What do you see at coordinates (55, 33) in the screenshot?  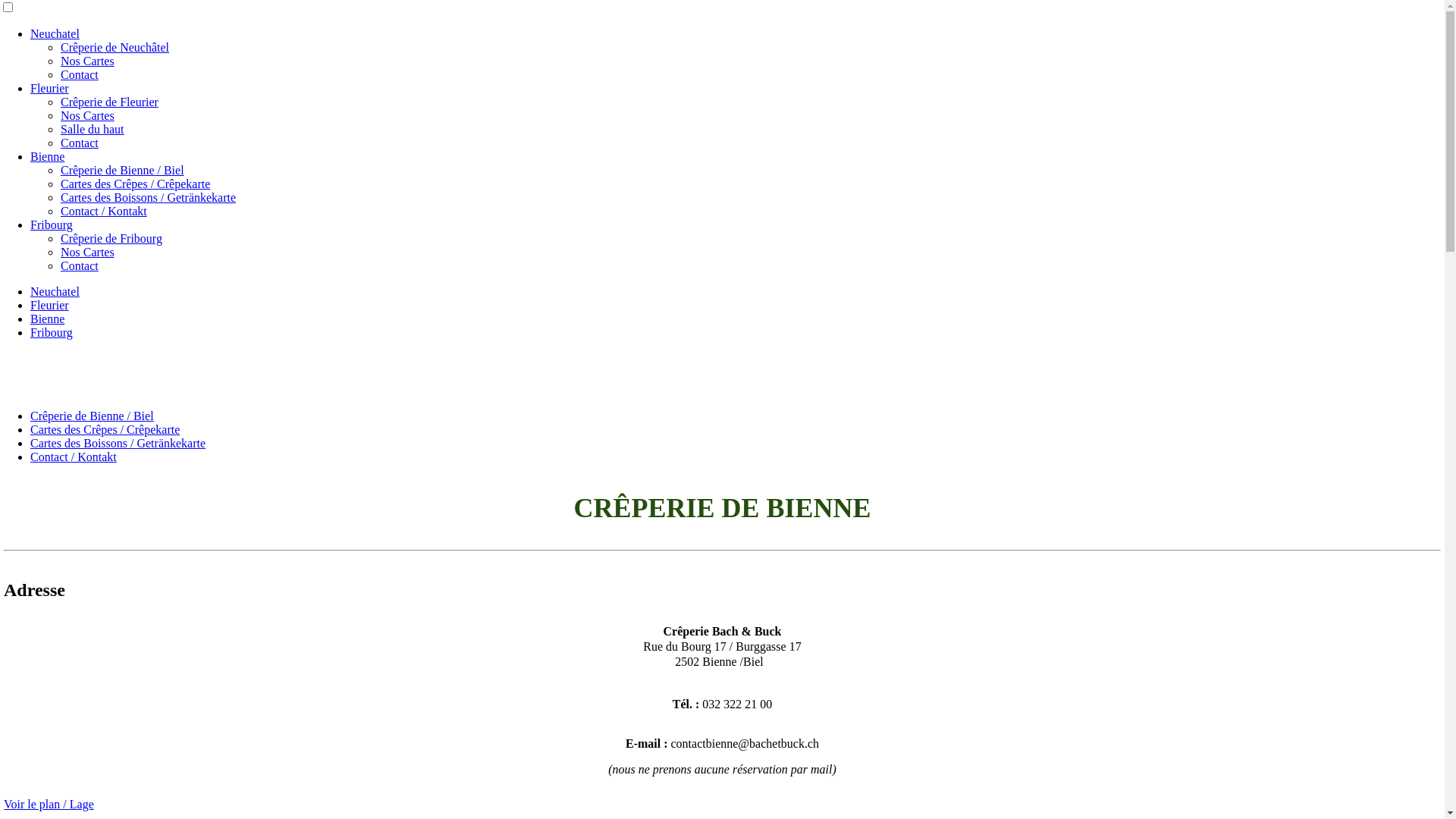 I see `'Neuchatel'` at bounding box center [55, 33].